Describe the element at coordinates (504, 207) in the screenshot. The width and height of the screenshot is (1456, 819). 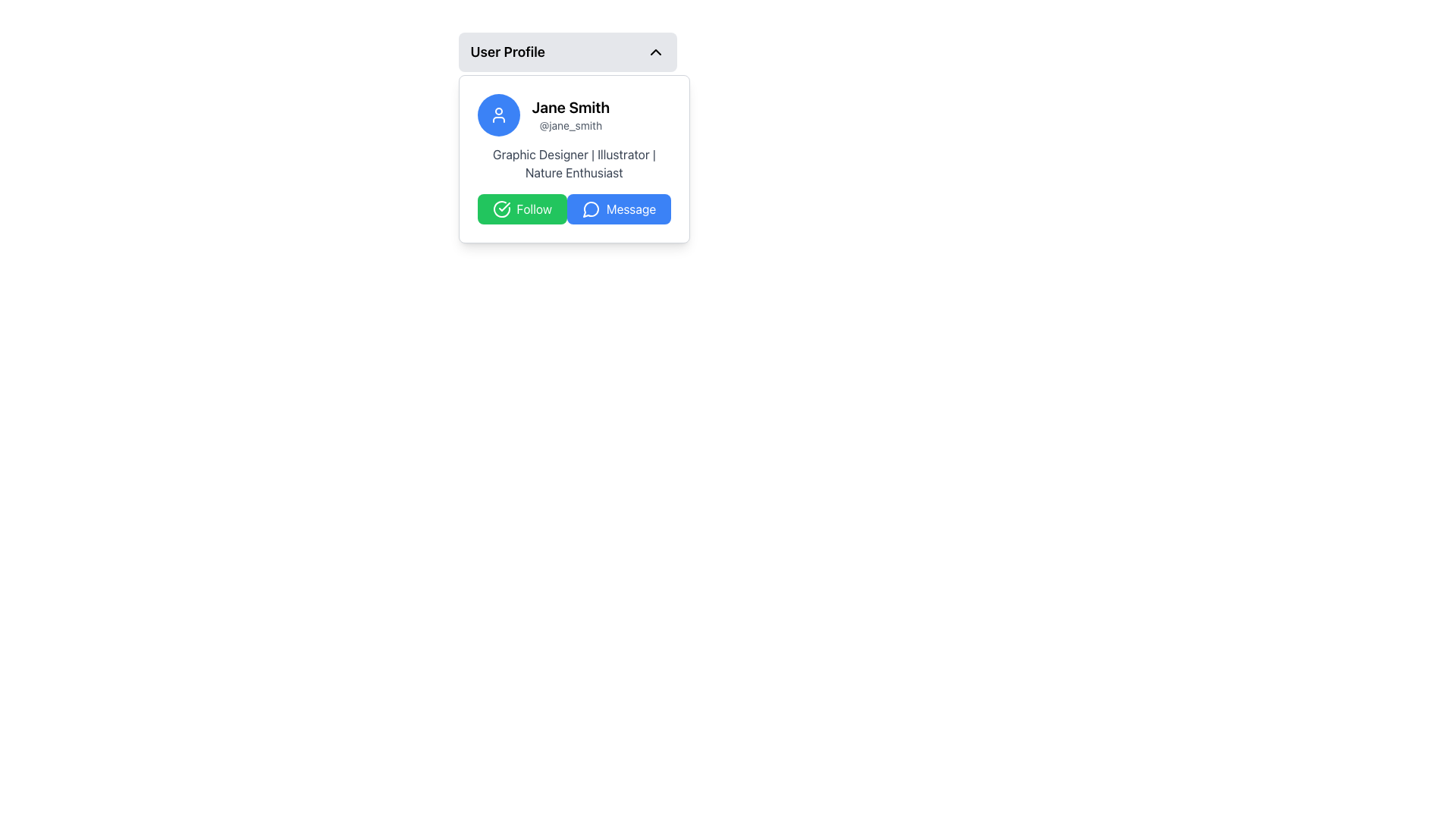
I see `the checkmark icon within the circular graphic located to the left of the green 'Follow' button` at that location.